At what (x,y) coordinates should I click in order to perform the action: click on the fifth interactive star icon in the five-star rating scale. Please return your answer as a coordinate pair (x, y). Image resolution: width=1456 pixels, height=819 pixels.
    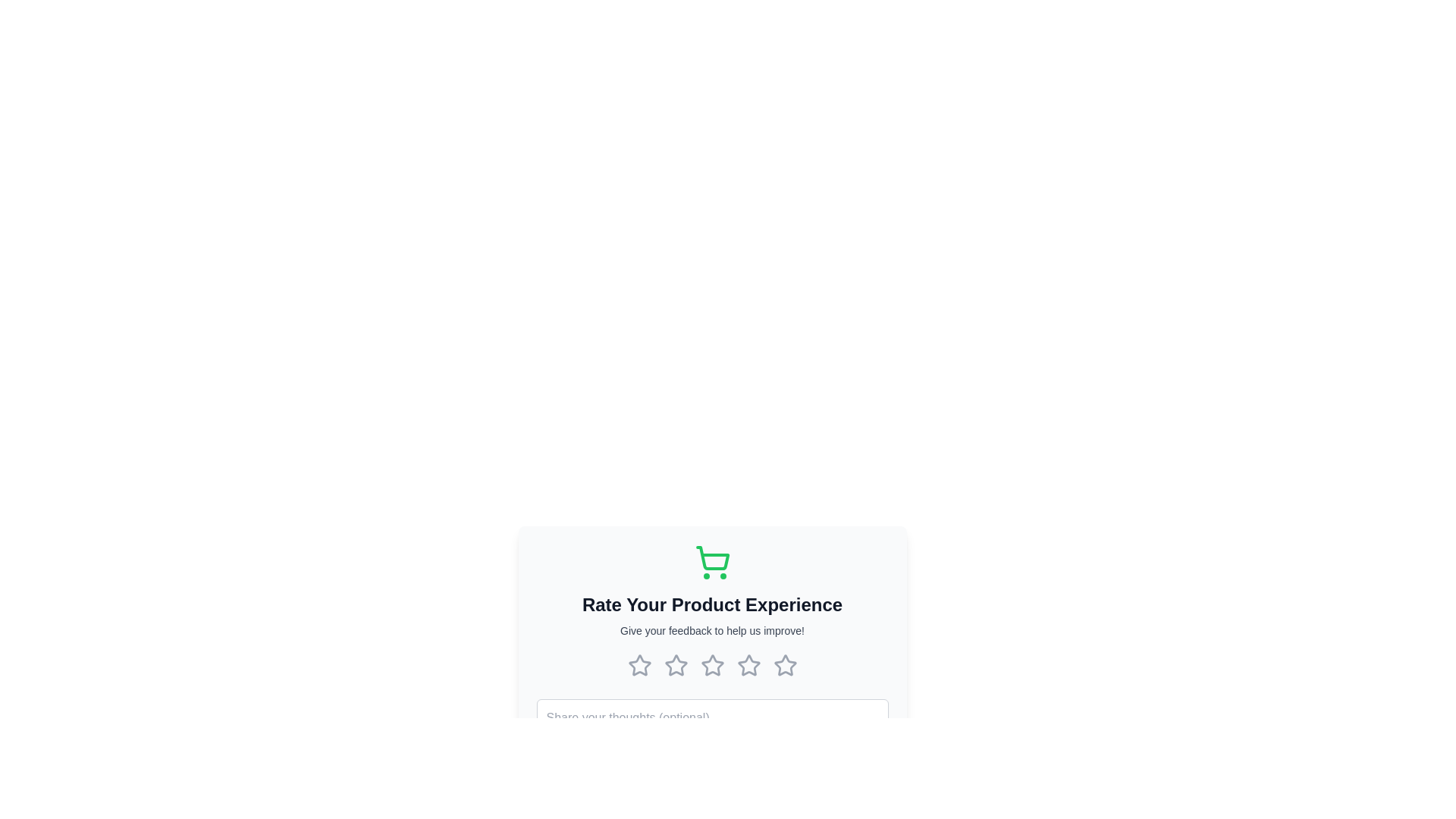
    Looking at the image, I should click on (785, 664).